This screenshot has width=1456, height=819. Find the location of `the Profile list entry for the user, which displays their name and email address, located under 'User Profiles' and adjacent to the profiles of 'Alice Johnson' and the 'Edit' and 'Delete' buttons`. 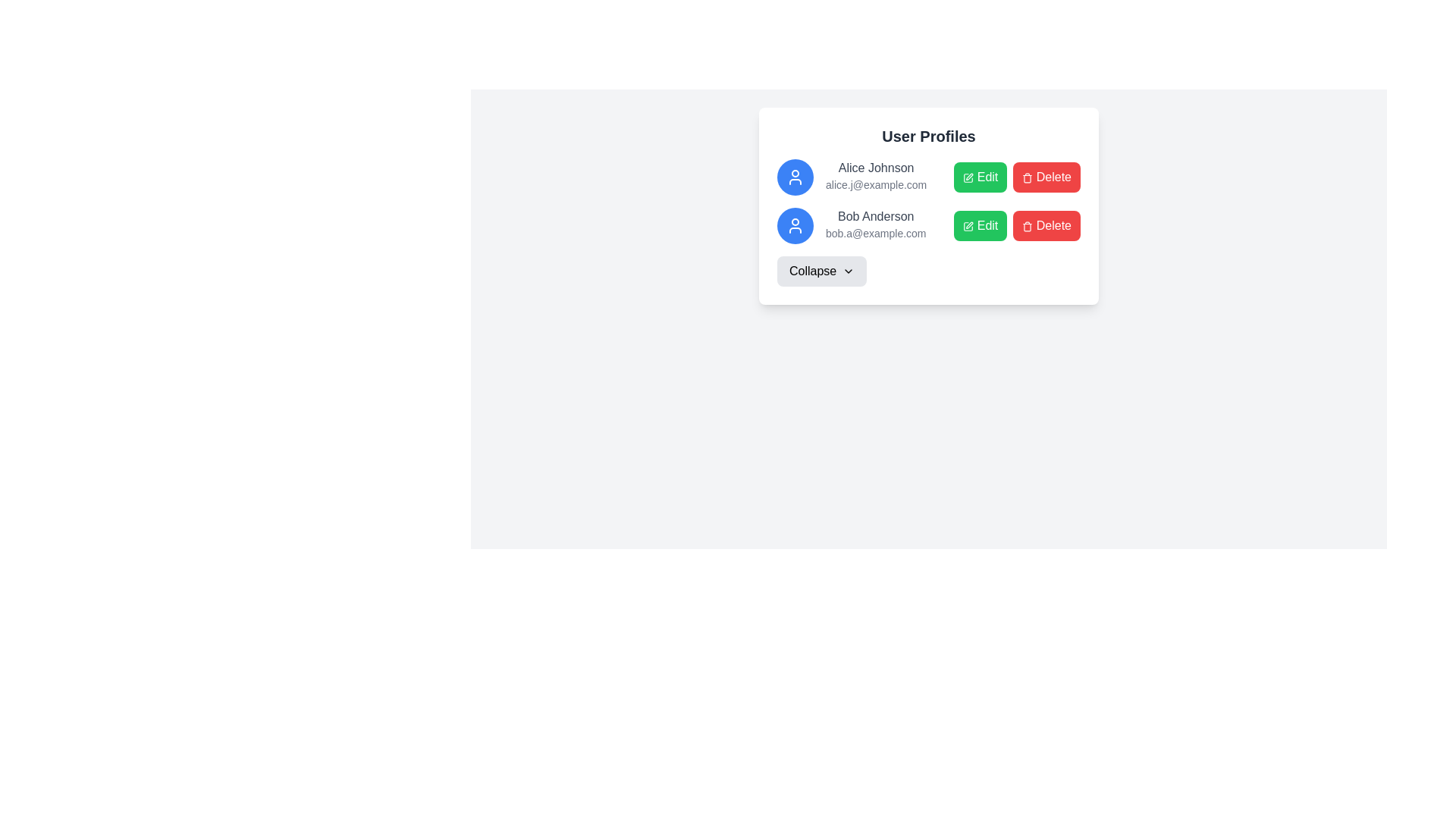

the Profile list entry for the user, which displays their name and email address, located under 'User Profiles' and adjacent to the profiles of 'Alice Johnson' and the 'Edit' and 'Delete' buttons is located at coordinates (852, 225).